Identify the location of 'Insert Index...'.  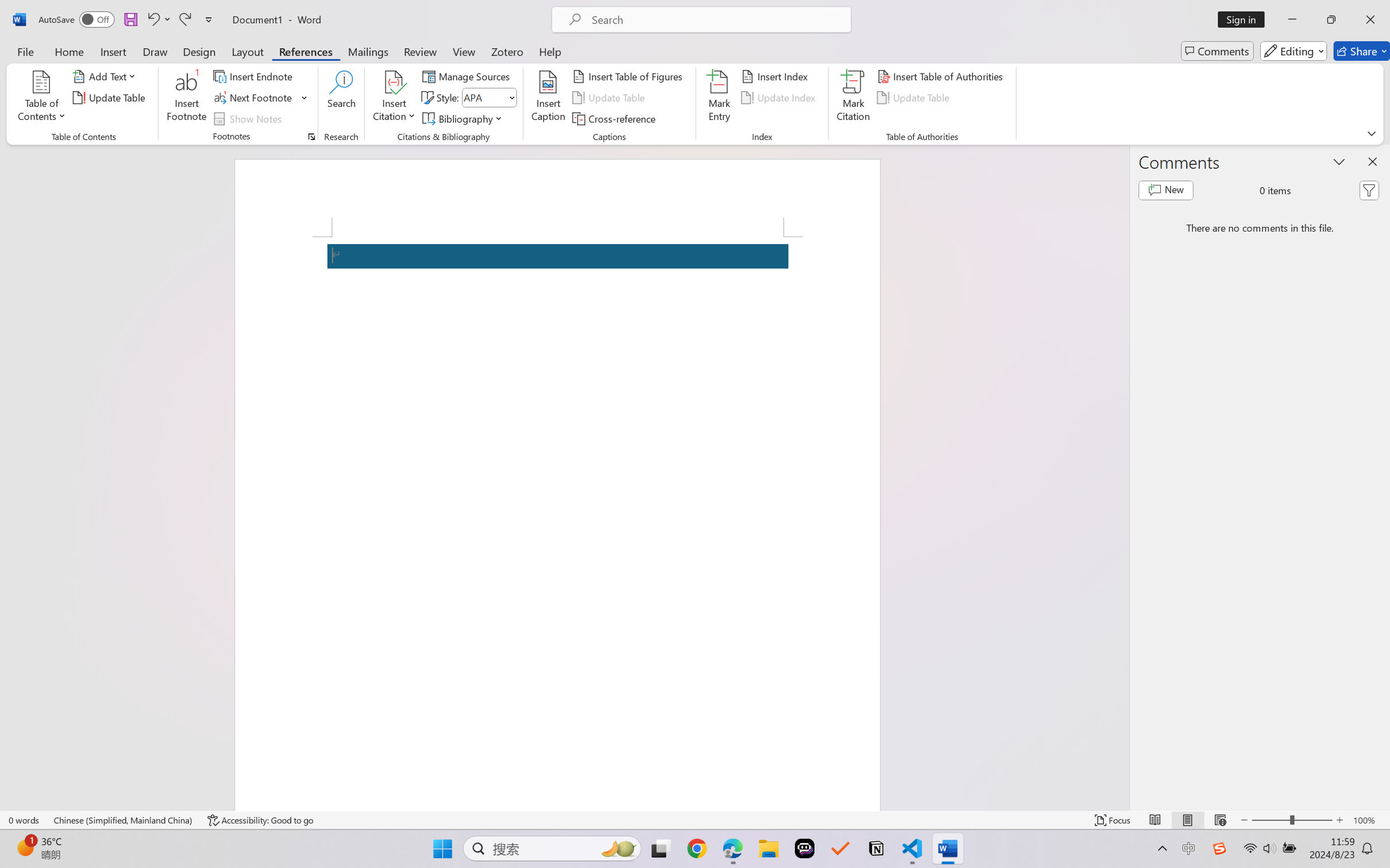
(775, 75).